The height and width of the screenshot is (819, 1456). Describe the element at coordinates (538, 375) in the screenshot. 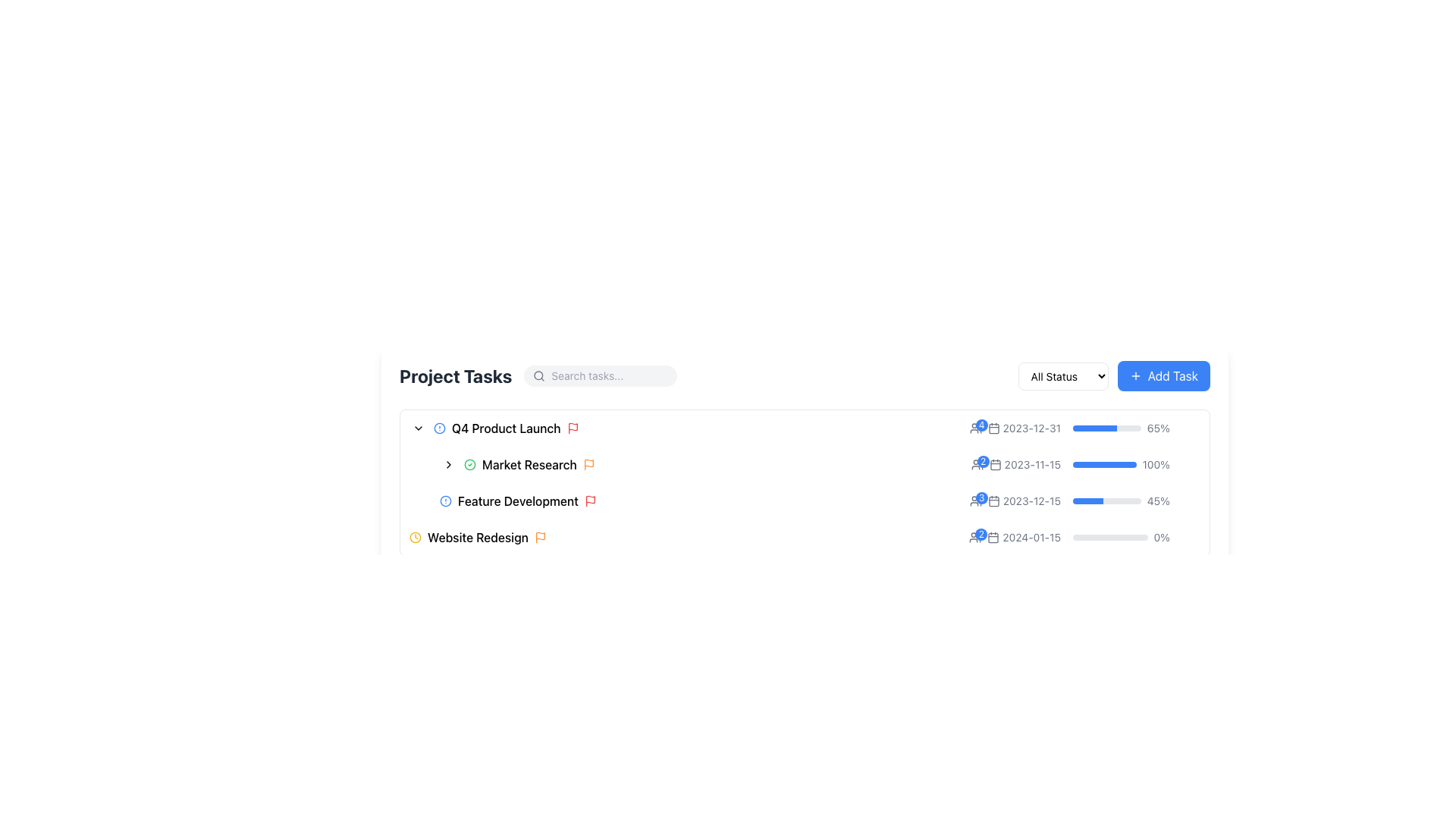

I see `the placeholder text in the search bar of the 'Project Tasks' header` at that location.